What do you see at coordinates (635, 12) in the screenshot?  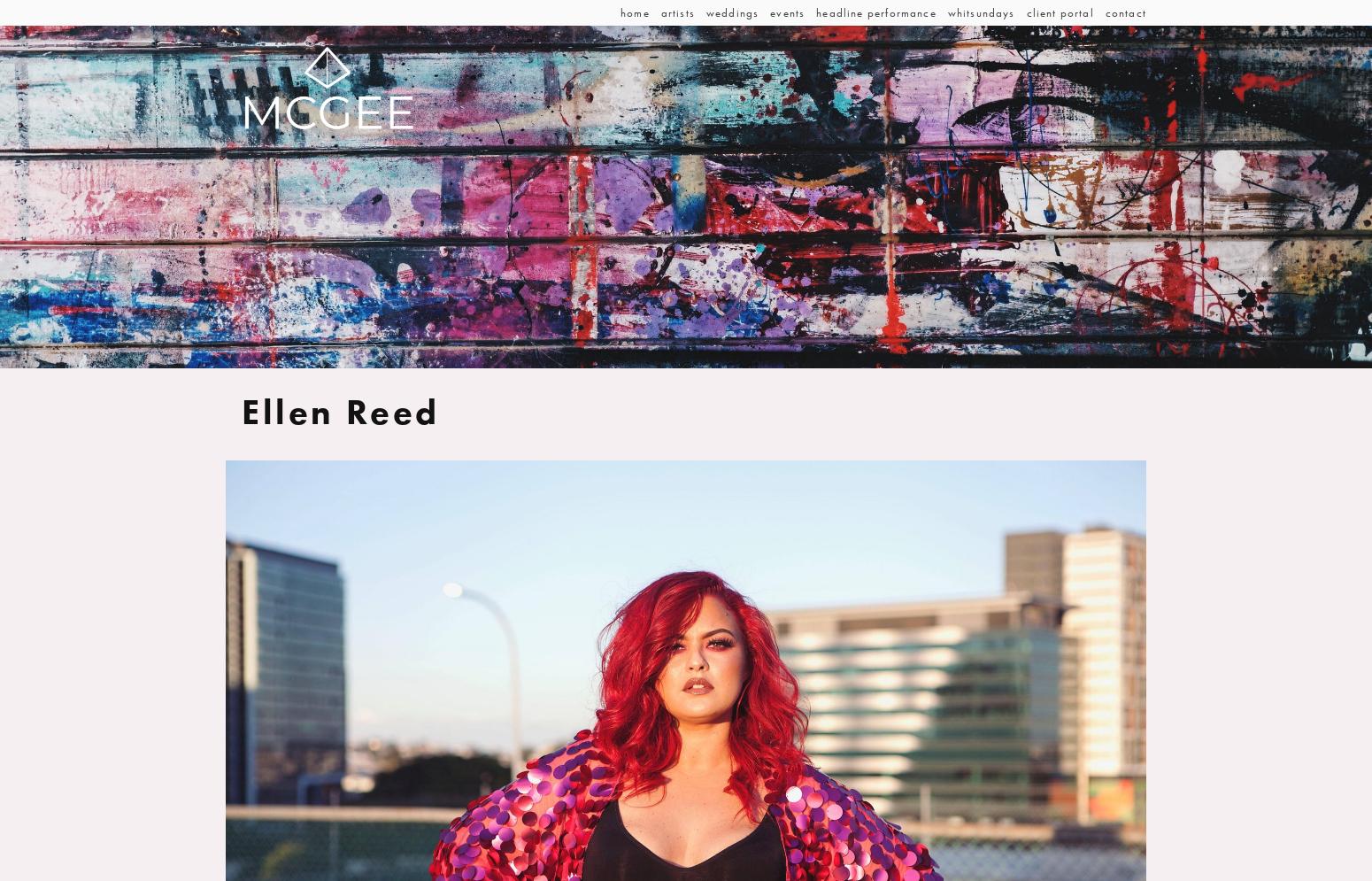 I see `'Home'` at bounding box center [635, 12].